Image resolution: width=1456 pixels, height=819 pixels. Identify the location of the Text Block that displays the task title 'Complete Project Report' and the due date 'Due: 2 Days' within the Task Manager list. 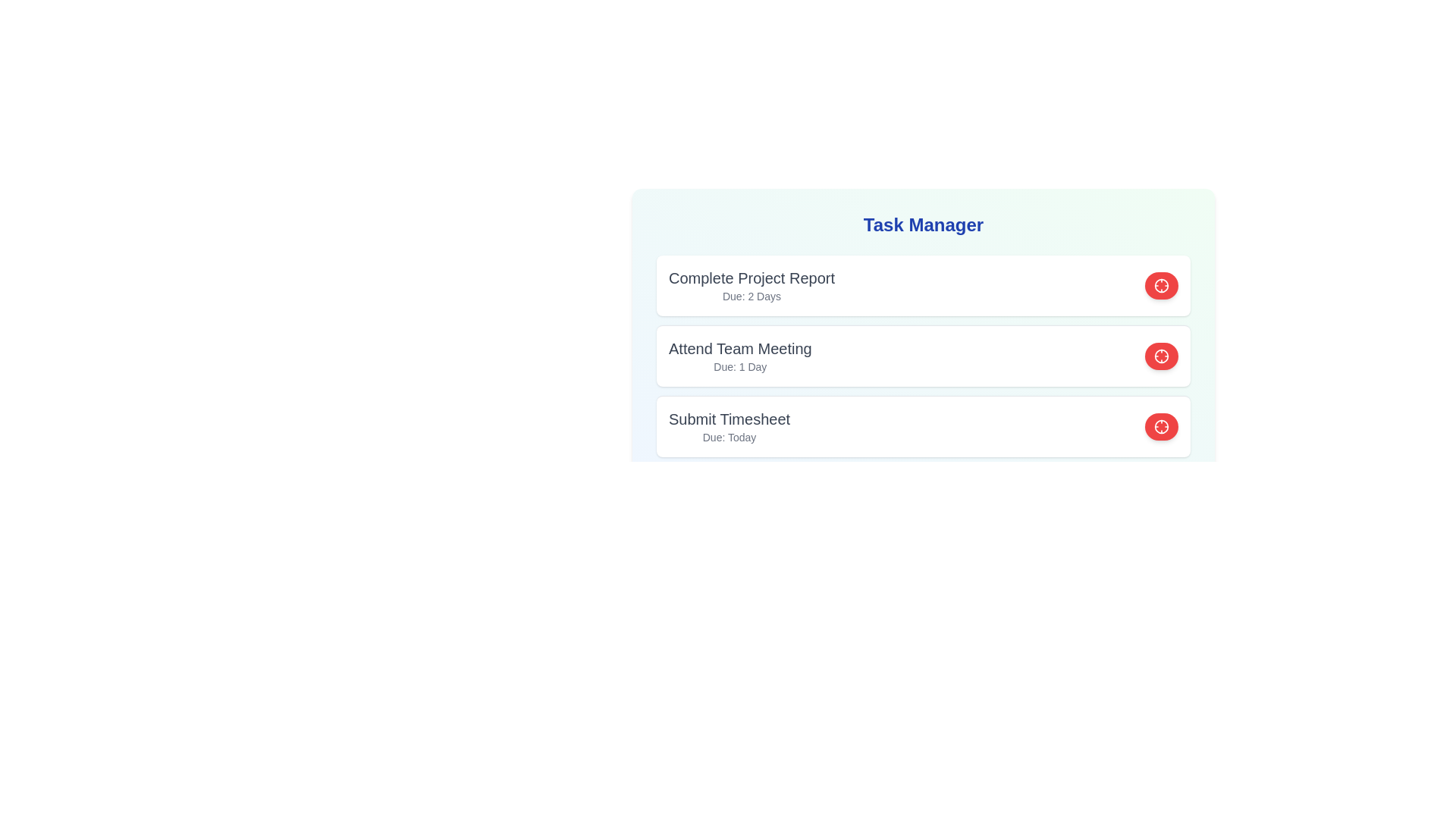
(752, 286).